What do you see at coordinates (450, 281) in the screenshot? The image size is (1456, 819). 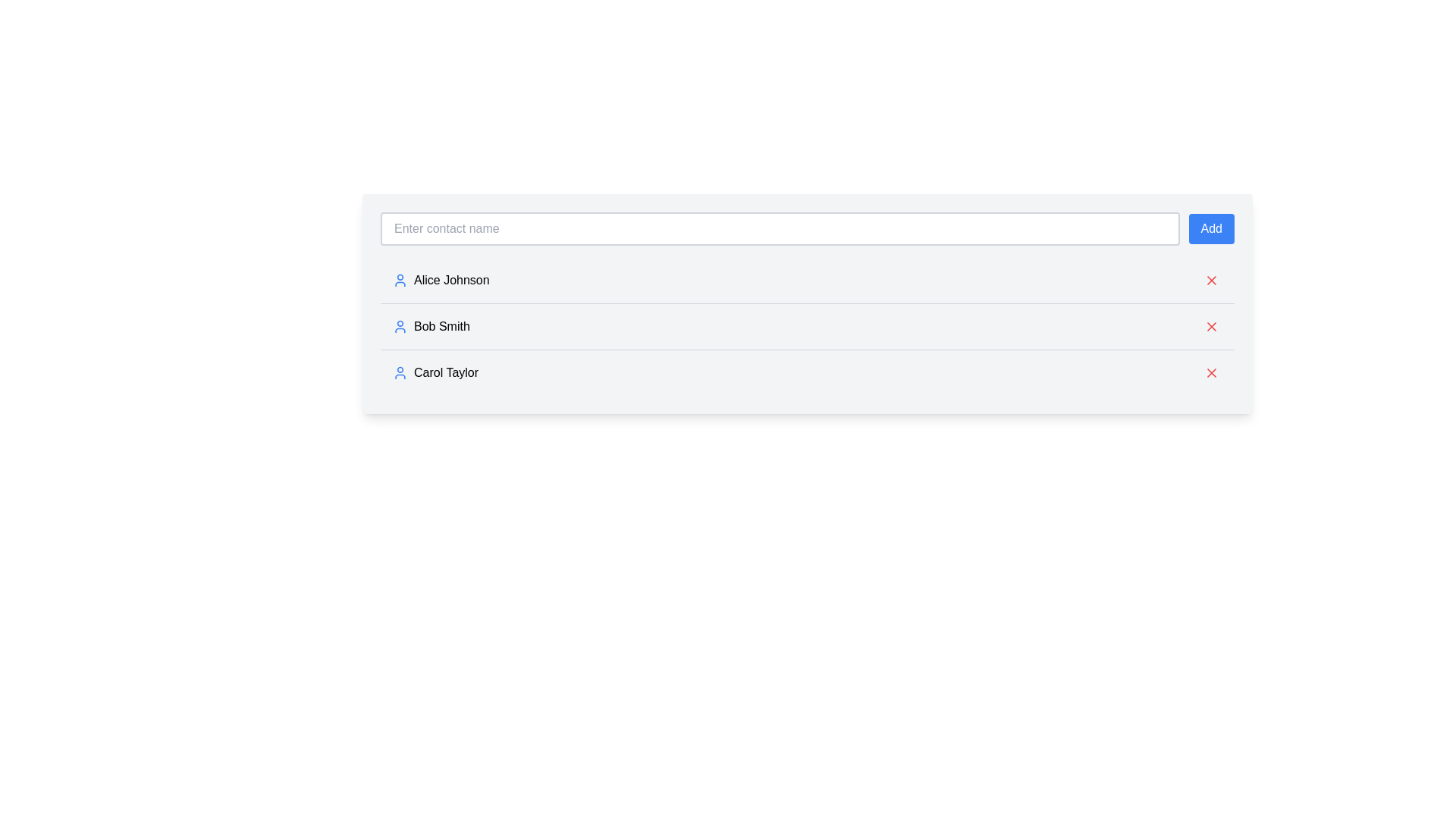 I see `the content of the text label displaying 'Alice Johnson', which is the first name entry in the contact list, positioned below the text input box and the 'Add' button` at bounding box center [450, 281].